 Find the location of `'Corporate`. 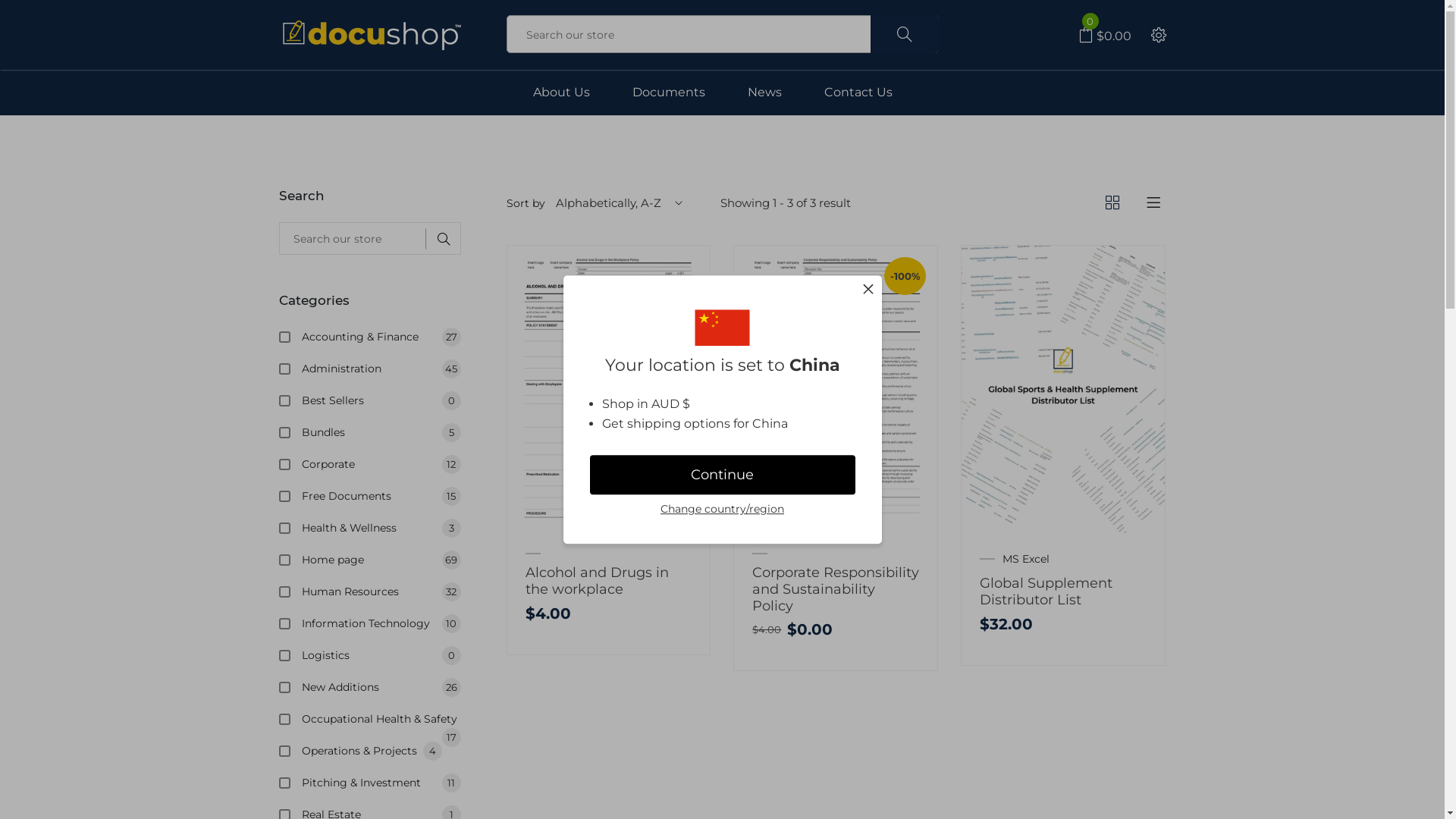

'Corporate is located at coordinates (302, 463).